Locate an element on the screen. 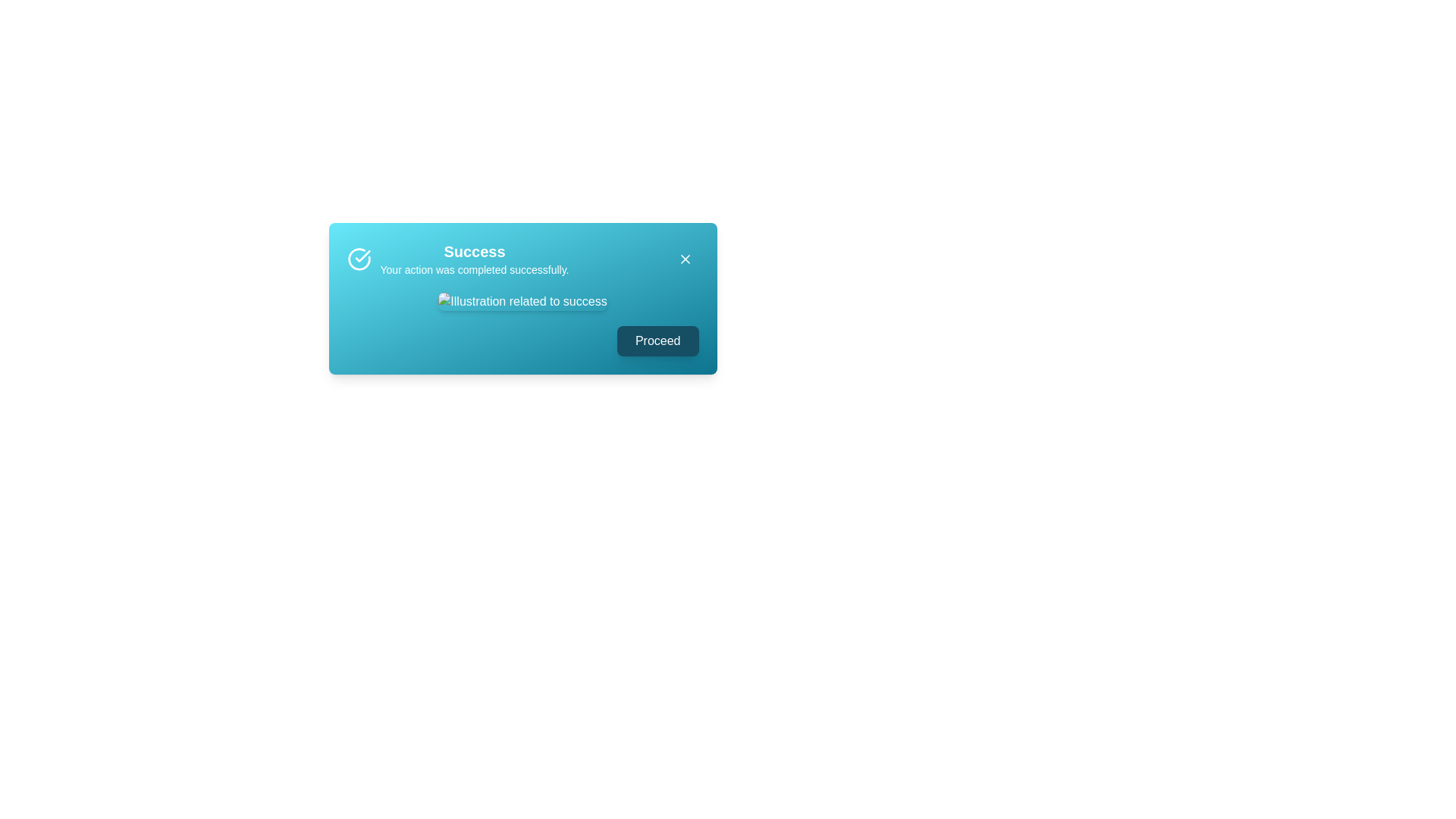 Image resolution: width=1456 pixels, height=819 pixels. the image to inspect it is located at coordinates (522, 301).